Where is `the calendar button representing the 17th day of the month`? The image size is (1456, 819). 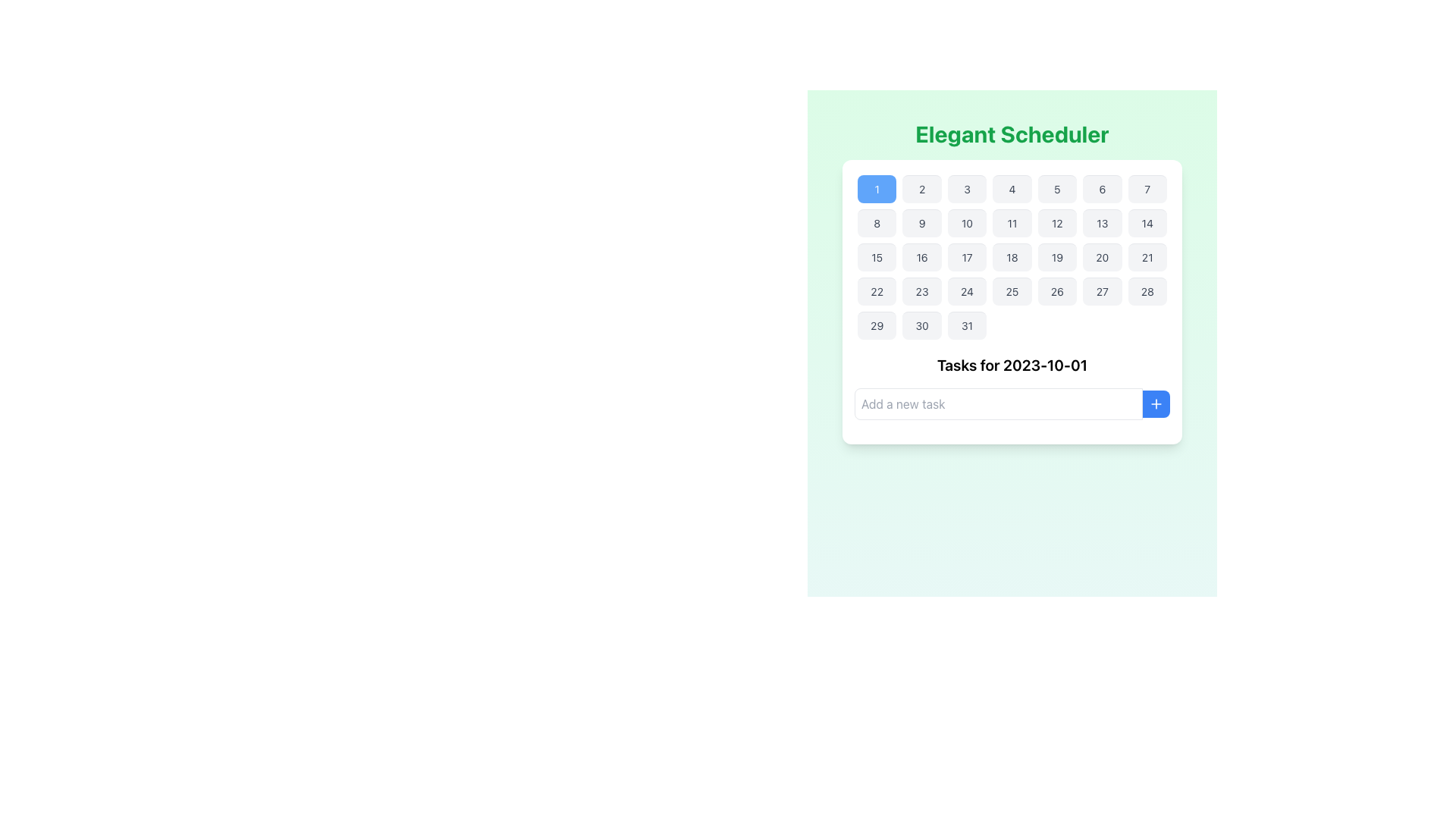 the calendar button representing the 17th day of the month is located at coordinates (966, 256).